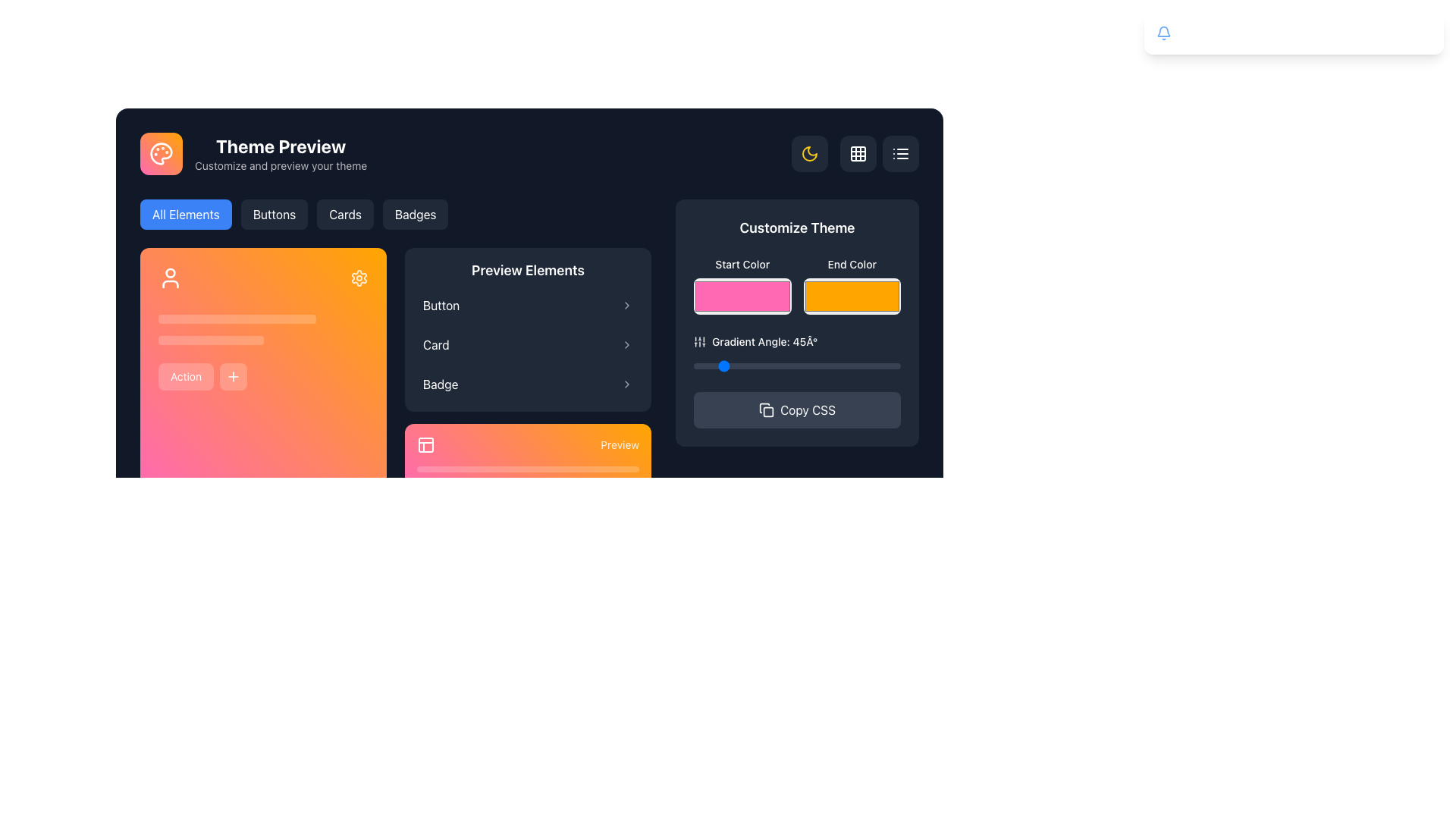 The image size is (1456, 819). I want to click on the second button labeled 'Buttons' with a dark gray background, so click(274, 214).